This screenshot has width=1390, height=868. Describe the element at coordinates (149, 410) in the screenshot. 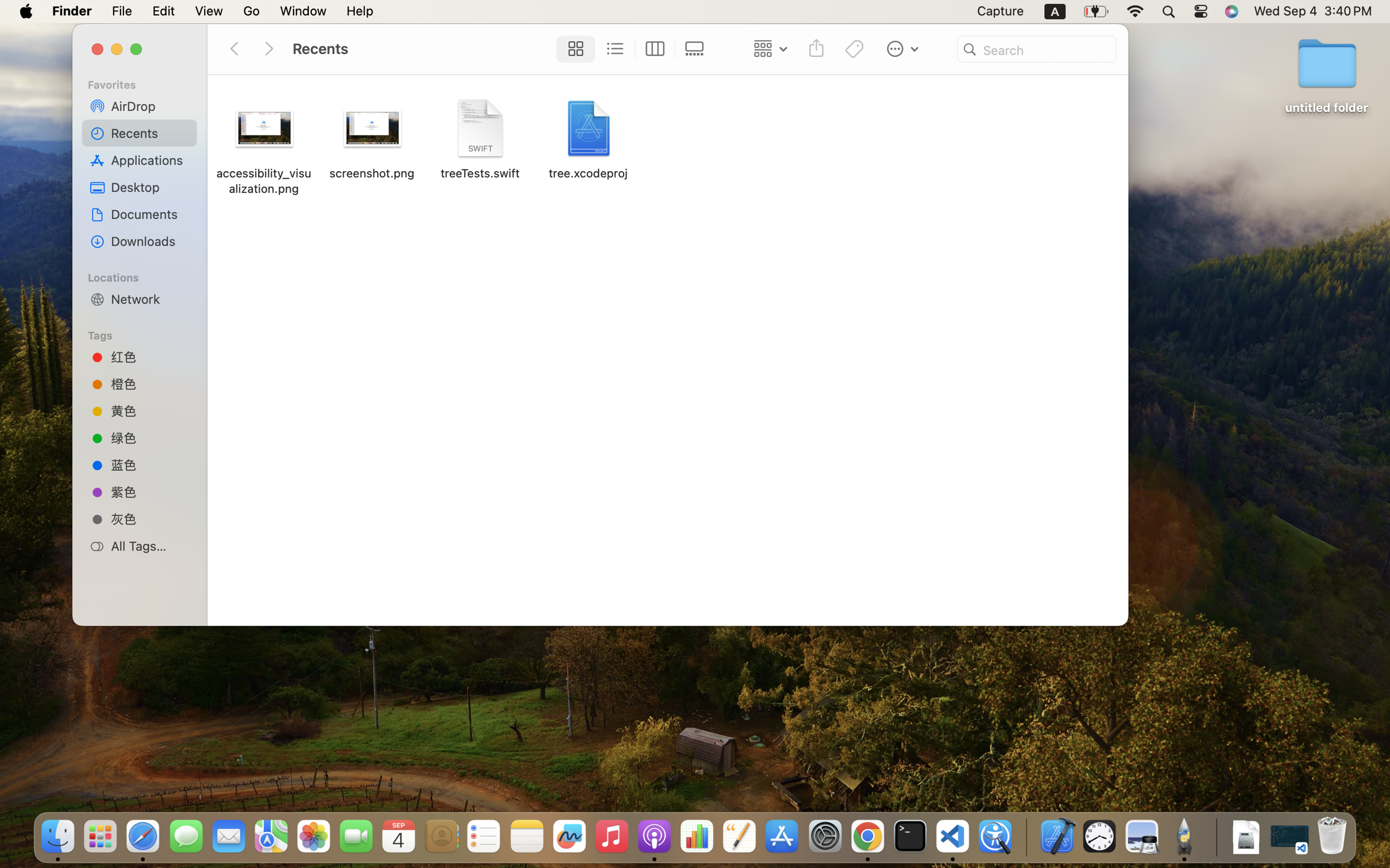

I see `'黄色'` at that location.